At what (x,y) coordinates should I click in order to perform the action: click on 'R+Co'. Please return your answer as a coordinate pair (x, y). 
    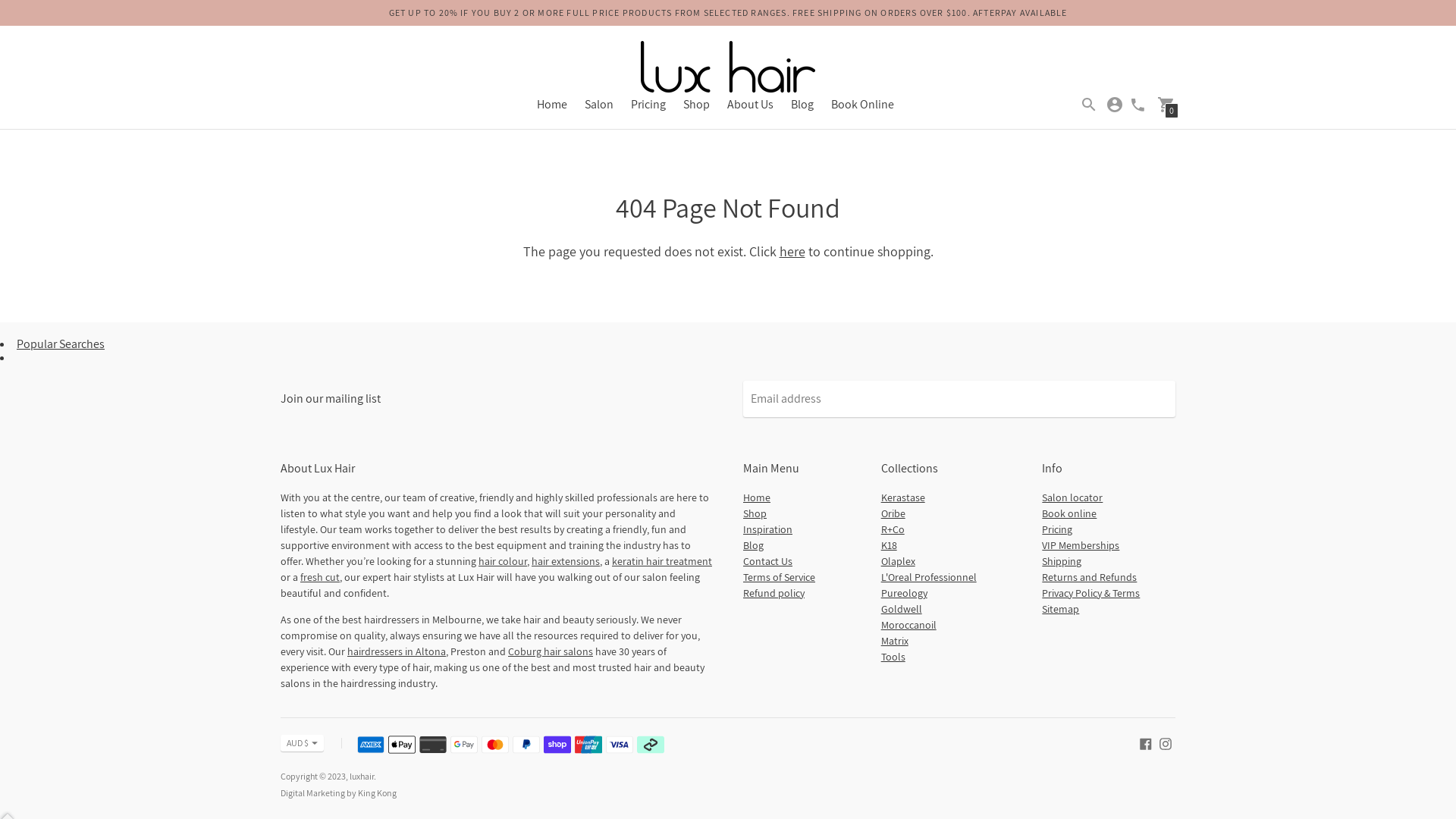
    Looking at the image, I should click on (893, 529).